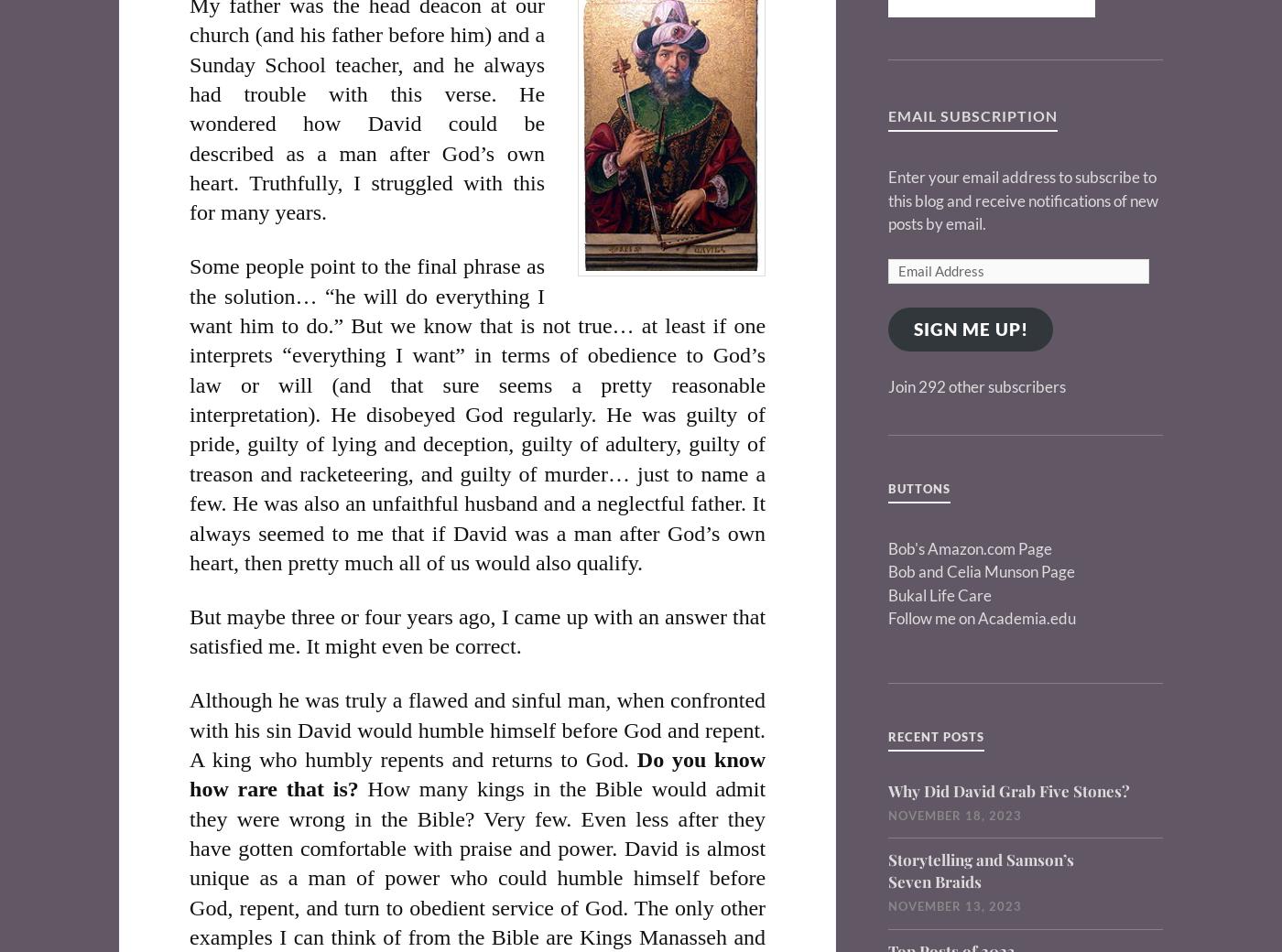 Image resolution: width=1282 pixels, height=952 pixels. Describe the element at coordinates (477, 631) in the screenshot. I see `'But maybe three or four years ago, I came up with an answer that satisfied me. It might even be correct.'` at that location.